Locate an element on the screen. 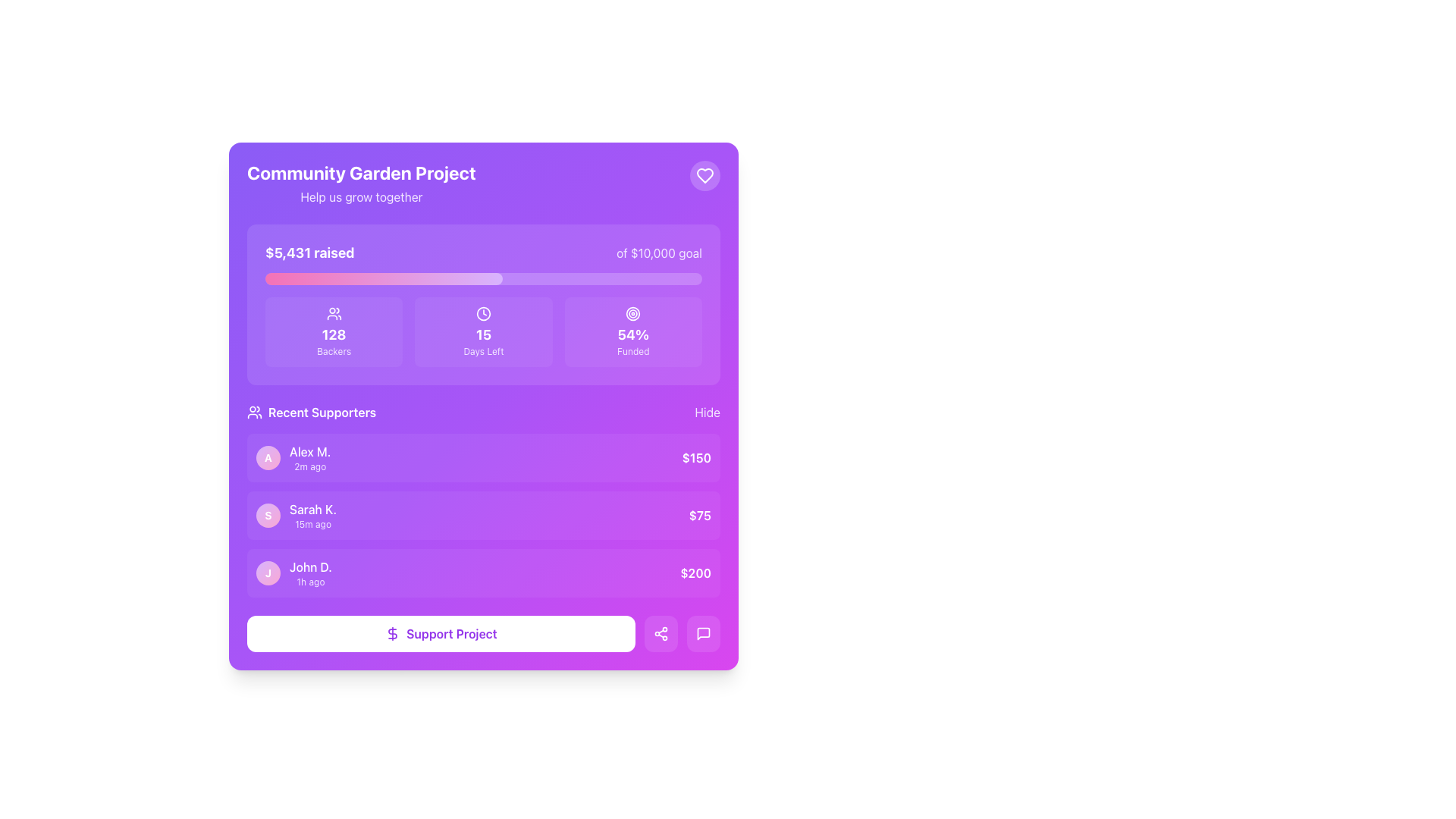 Image resolution: width=1456 pixels, height=819 pixels. the Decorative icon that visually complements the '54% Funded' text displayed below it is located at coordinates (633, 312).